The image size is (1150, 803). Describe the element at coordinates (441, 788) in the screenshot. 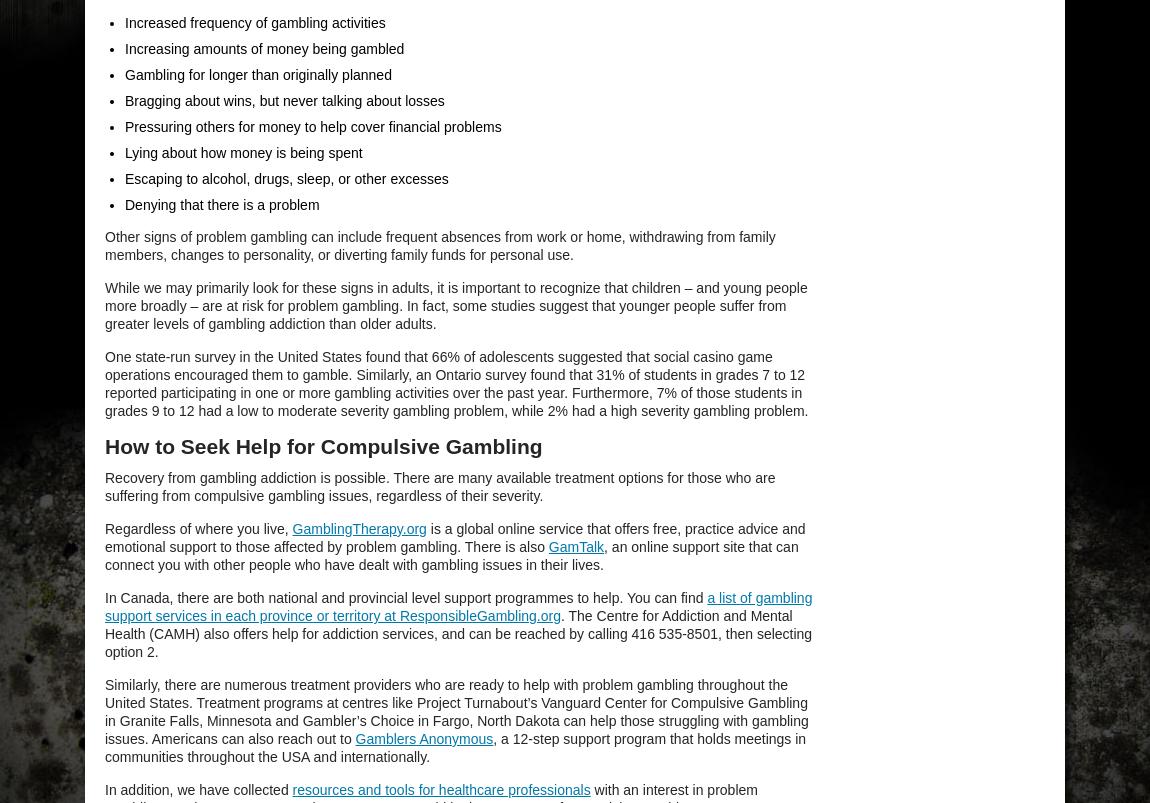

I see `'resources and tools for healthcare professionals'` at that location.